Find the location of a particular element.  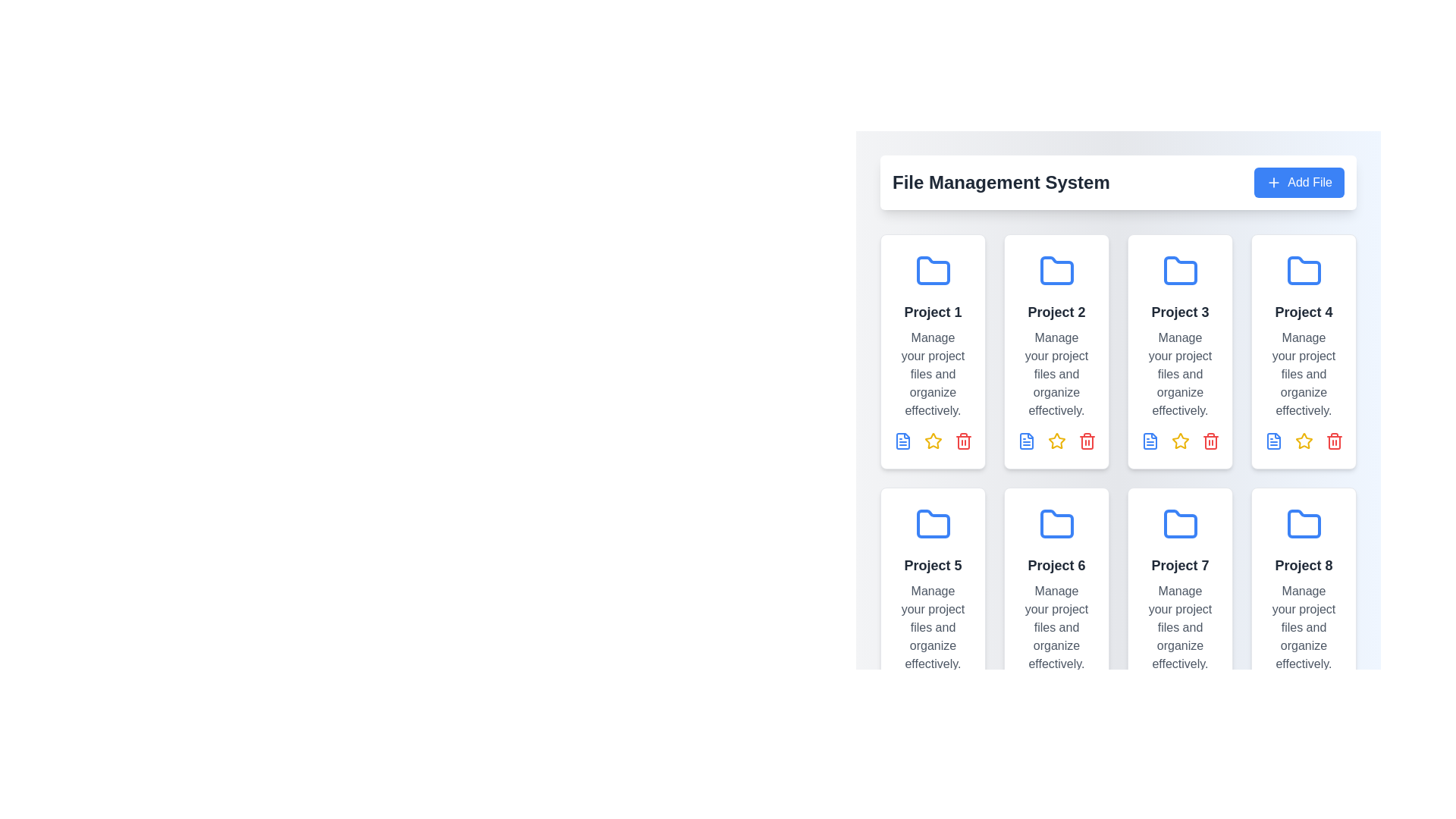

the blue folder SVG icon located in the eighth card of the grid, positioned above the text 'Project 8' and adjacent to the description 'Manage your project files and organize effectively.' is located at coordinates (1303, 523).